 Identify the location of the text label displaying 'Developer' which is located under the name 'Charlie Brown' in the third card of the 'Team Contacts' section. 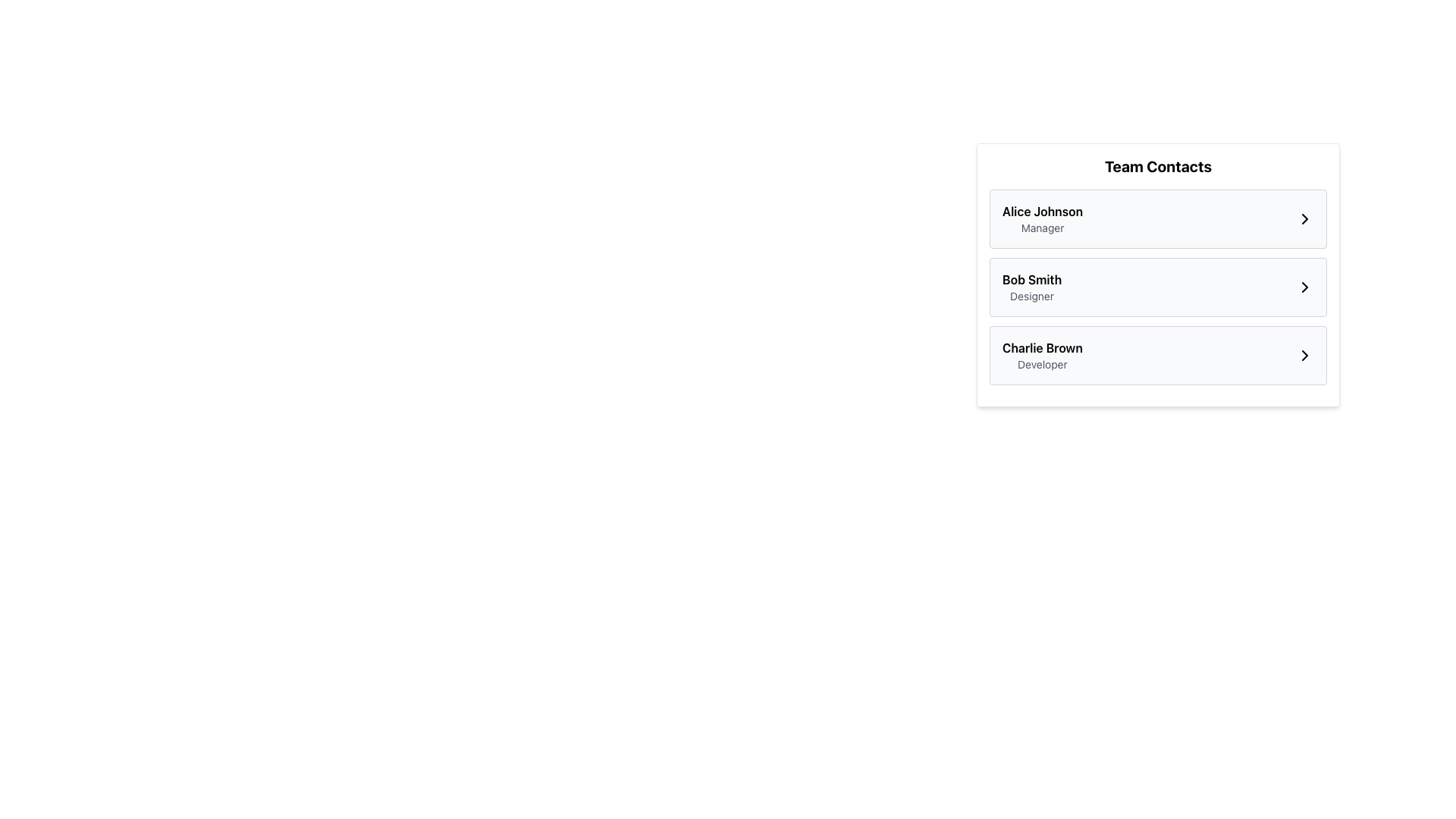
(1041, 365).